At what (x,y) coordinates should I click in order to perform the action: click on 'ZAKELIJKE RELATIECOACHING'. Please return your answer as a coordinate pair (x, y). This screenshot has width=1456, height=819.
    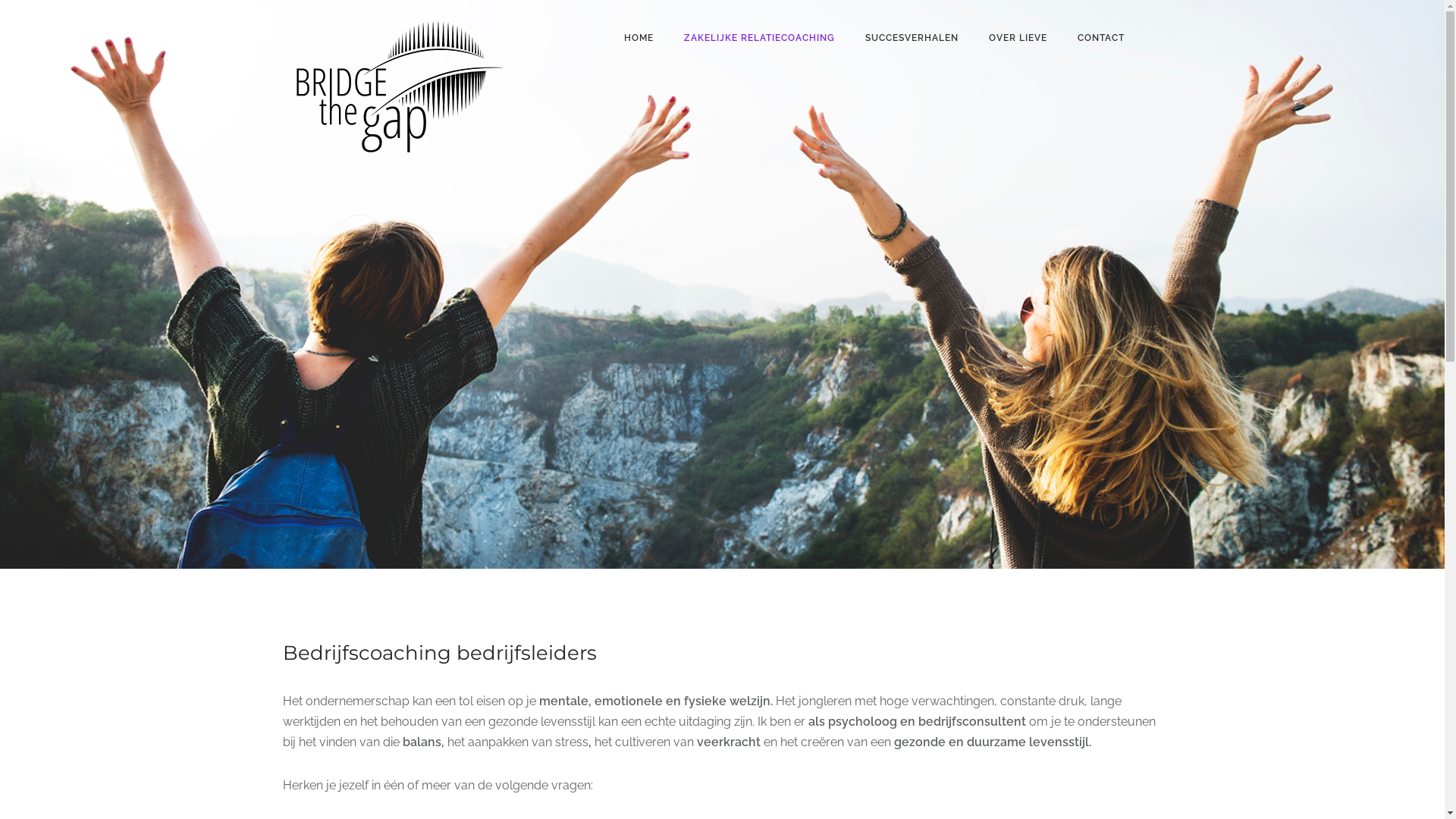
    Looking at the image, I should click on (759, 37).